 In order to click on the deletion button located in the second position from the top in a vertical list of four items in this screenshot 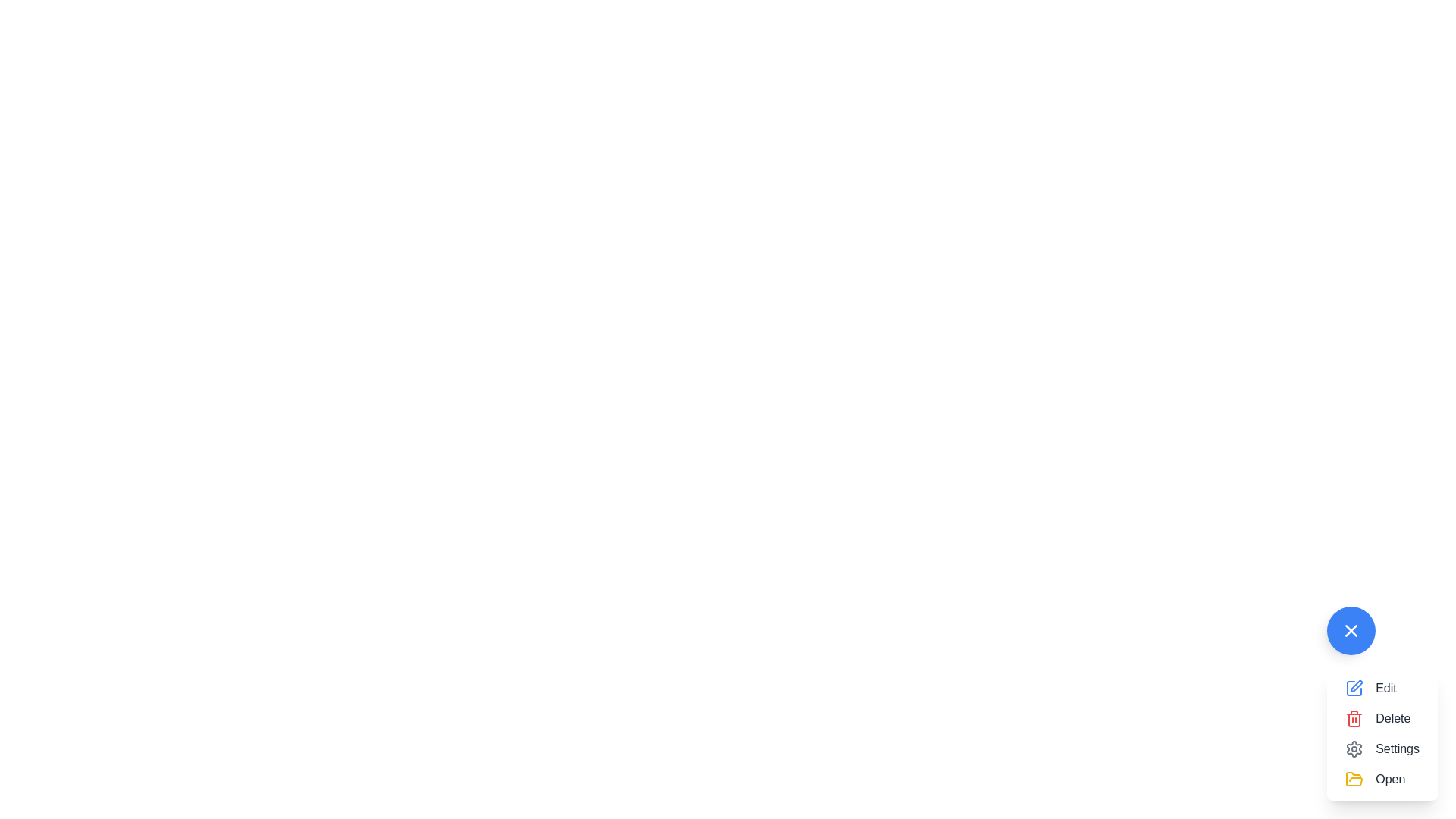, I will do `click(1382, 718)`.